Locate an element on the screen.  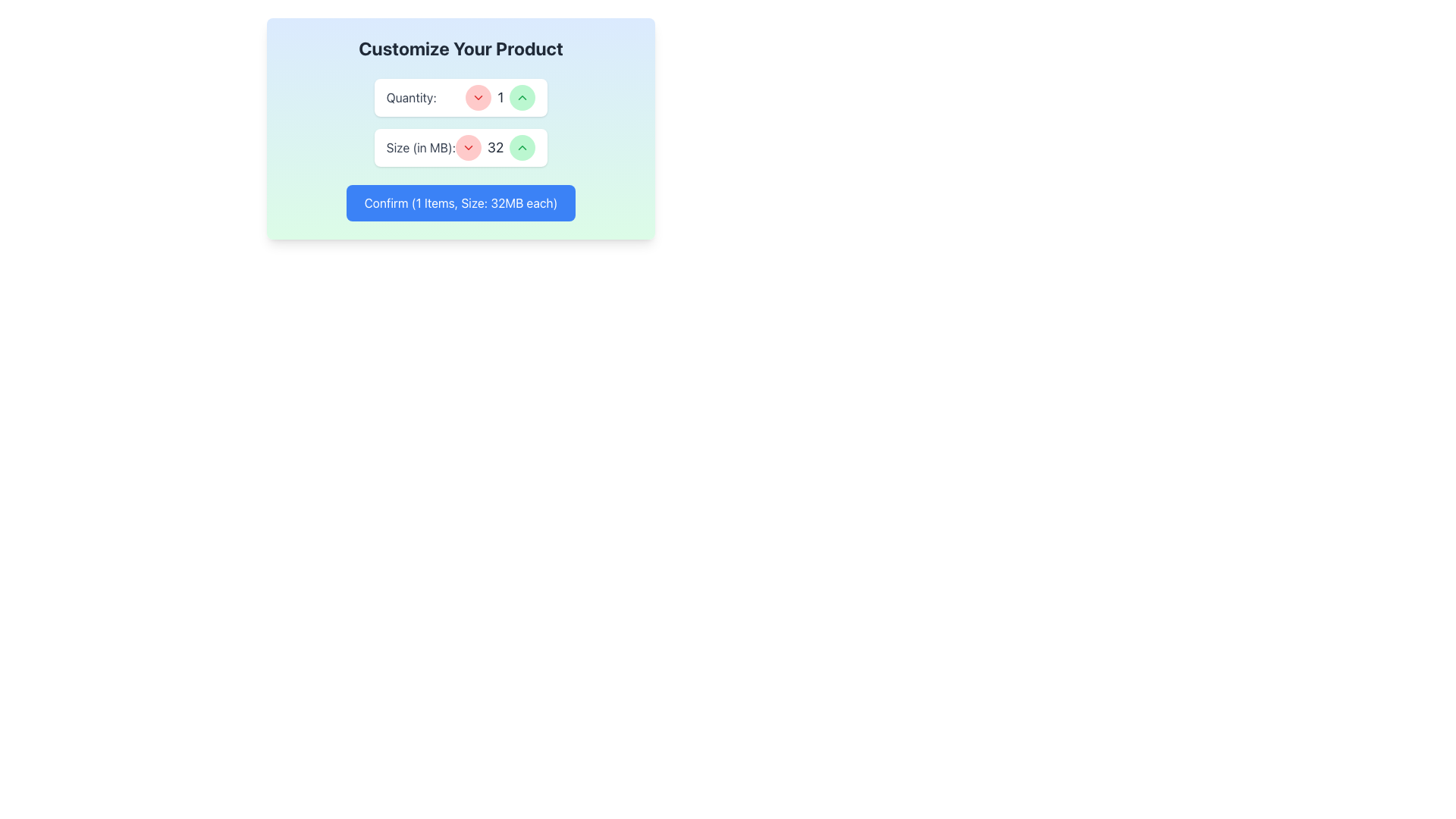
current numerical value from the grouped component containing two labeled number input fields within the 'Customize Your Product' dialog is located at coordinates (460, 122).